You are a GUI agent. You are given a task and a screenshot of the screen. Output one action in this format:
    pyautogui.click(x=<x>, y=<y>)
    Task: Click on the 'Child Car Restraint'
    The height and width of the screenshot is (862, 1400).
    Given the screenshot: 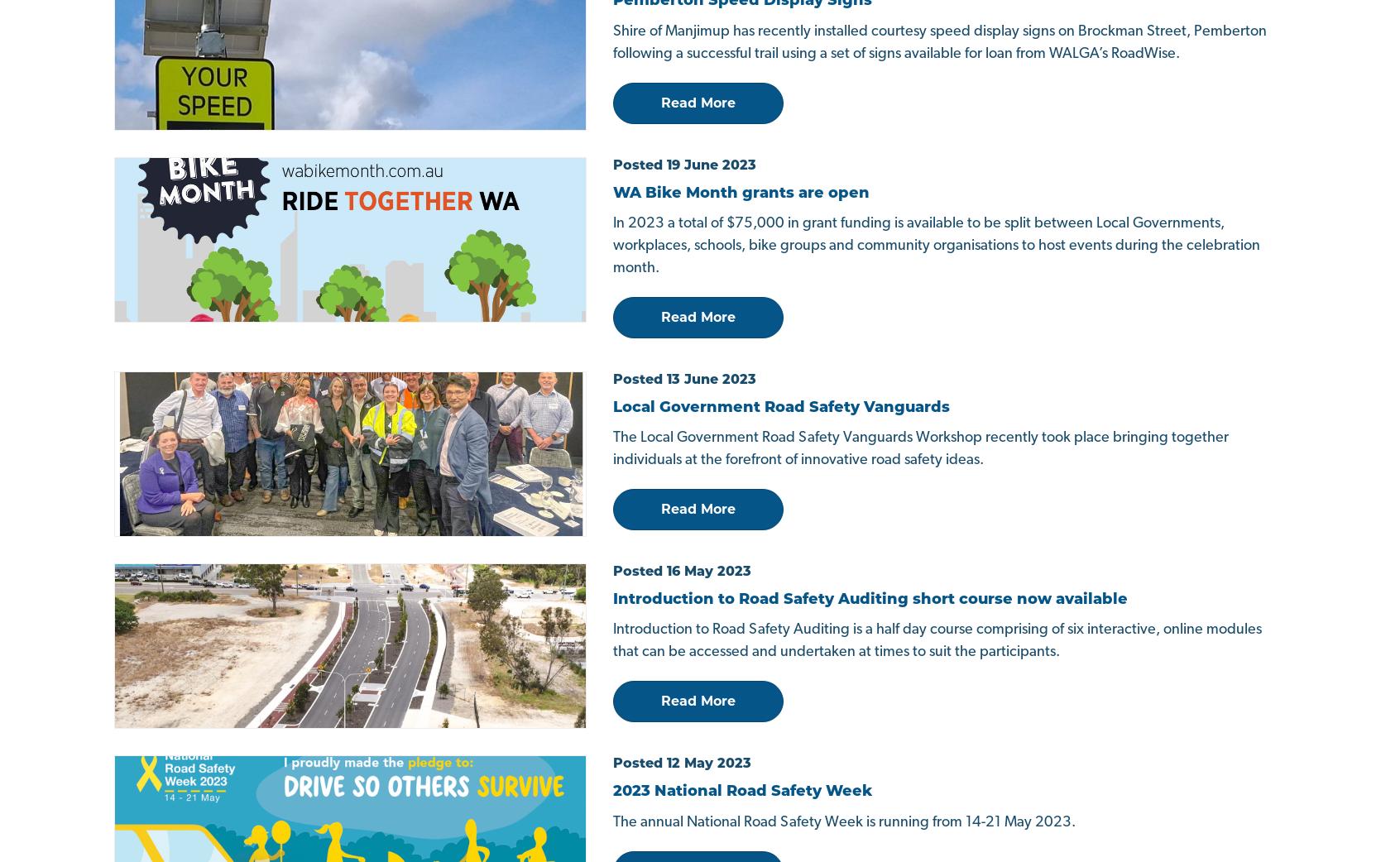 What is the action you would take?
    pyautogui.click(x=477, y=589)
    